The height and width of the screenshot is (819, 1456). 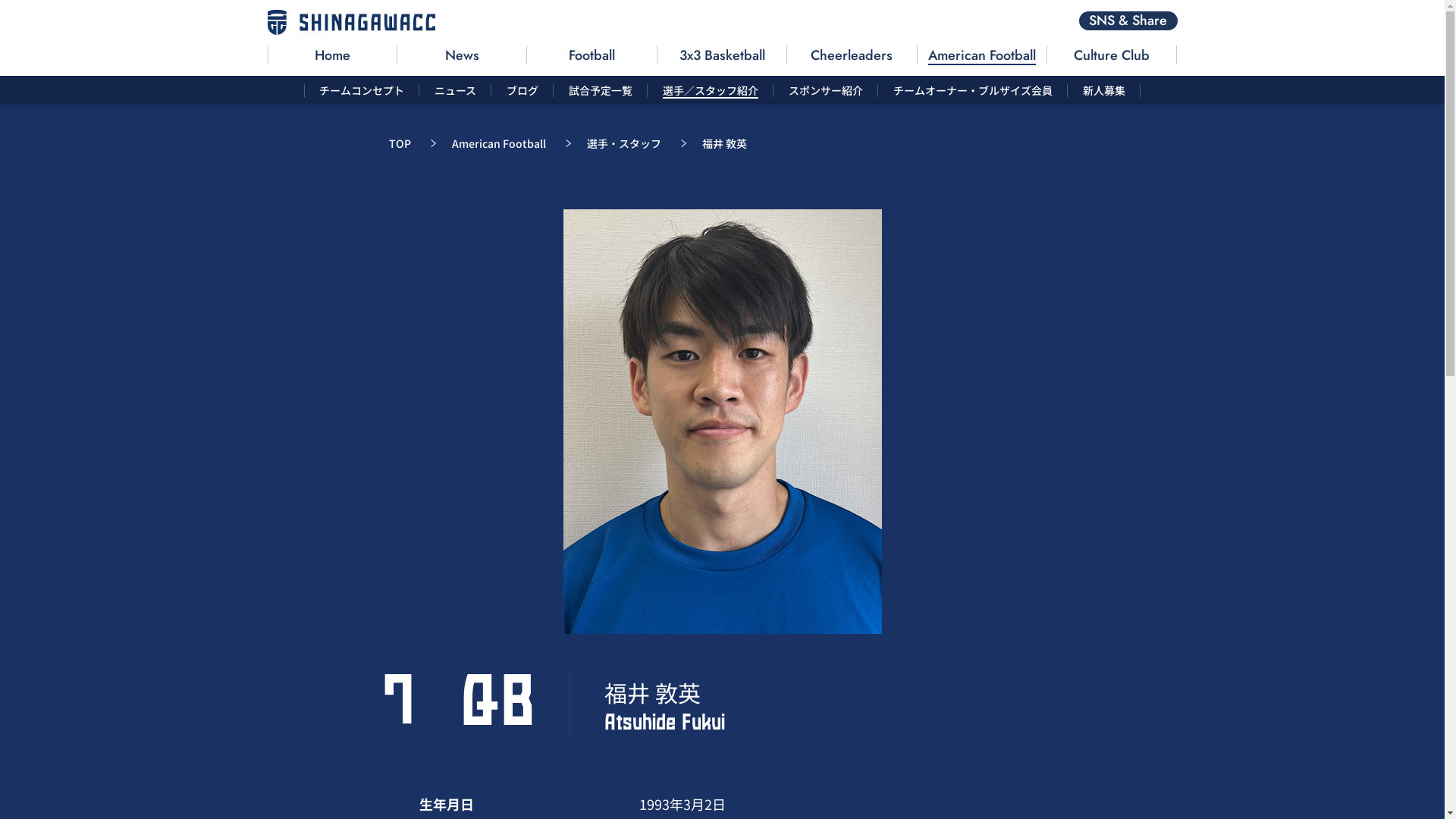 I want to click on 'TOP', so click(x=399, y=143).